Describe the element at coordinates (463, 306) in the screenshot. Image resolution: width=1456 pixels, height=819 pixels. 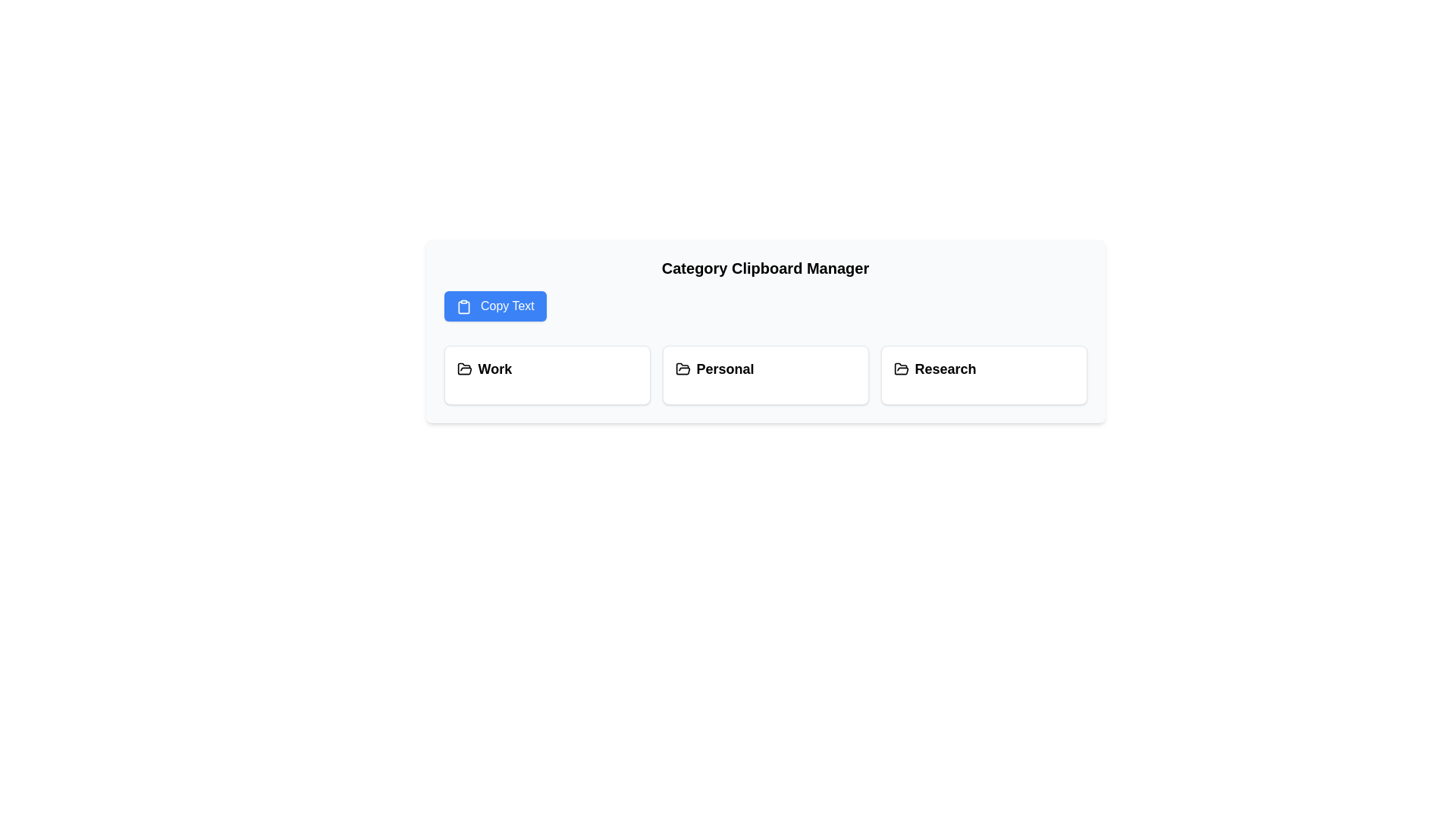
I see `the clipboard icon within the blue 'Copy Text' button, which is positioned above the options 'Work', 'Personal', and 'Research'` at that location.